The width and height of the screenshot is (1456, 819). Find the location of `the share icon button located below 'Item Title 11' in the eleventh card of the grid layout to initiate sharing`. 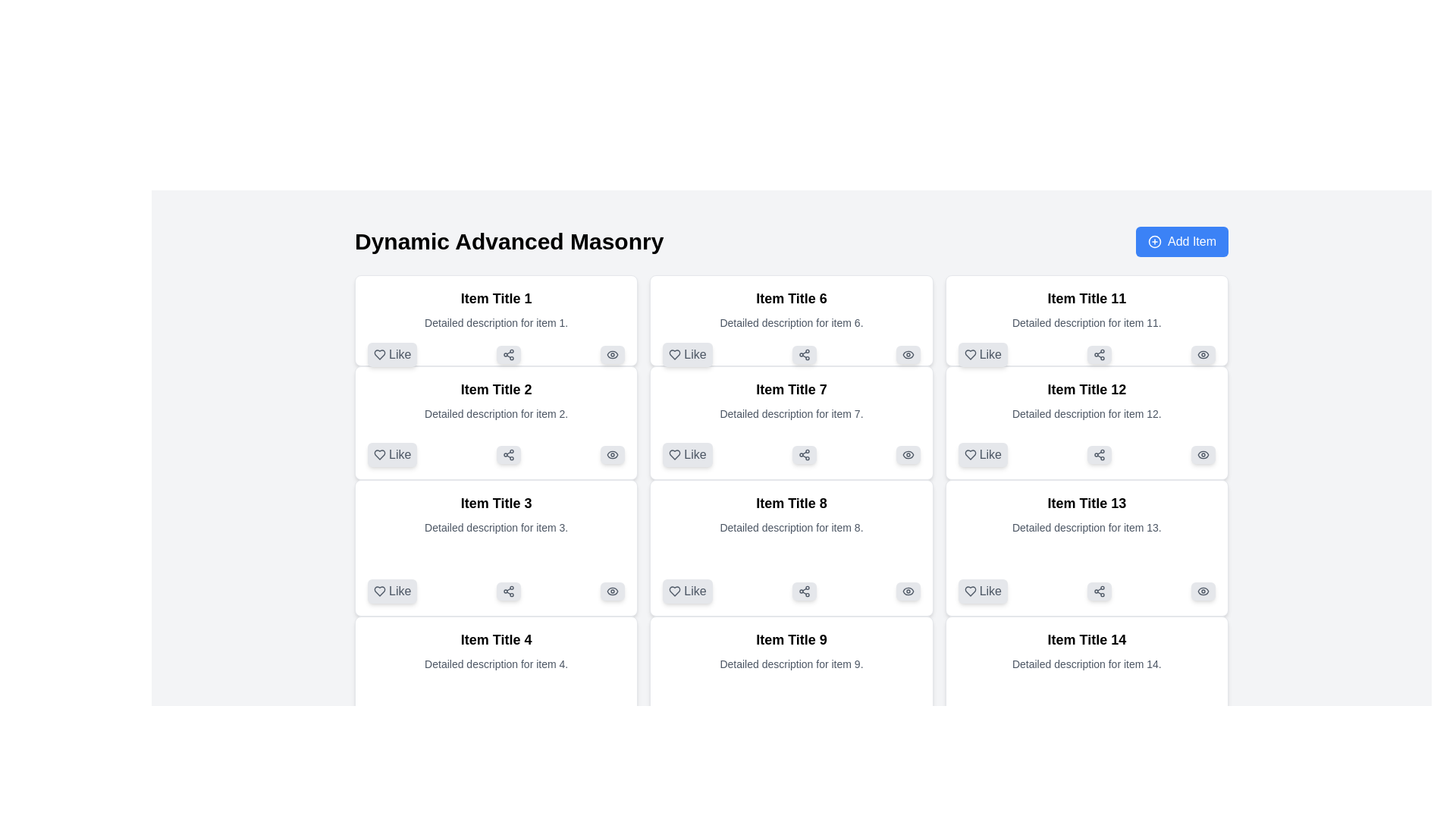

the share icon button located below 'Item Title 11' in the eleventh card of the grid layout to initiate sharing is located at coordinates (1086, 354).